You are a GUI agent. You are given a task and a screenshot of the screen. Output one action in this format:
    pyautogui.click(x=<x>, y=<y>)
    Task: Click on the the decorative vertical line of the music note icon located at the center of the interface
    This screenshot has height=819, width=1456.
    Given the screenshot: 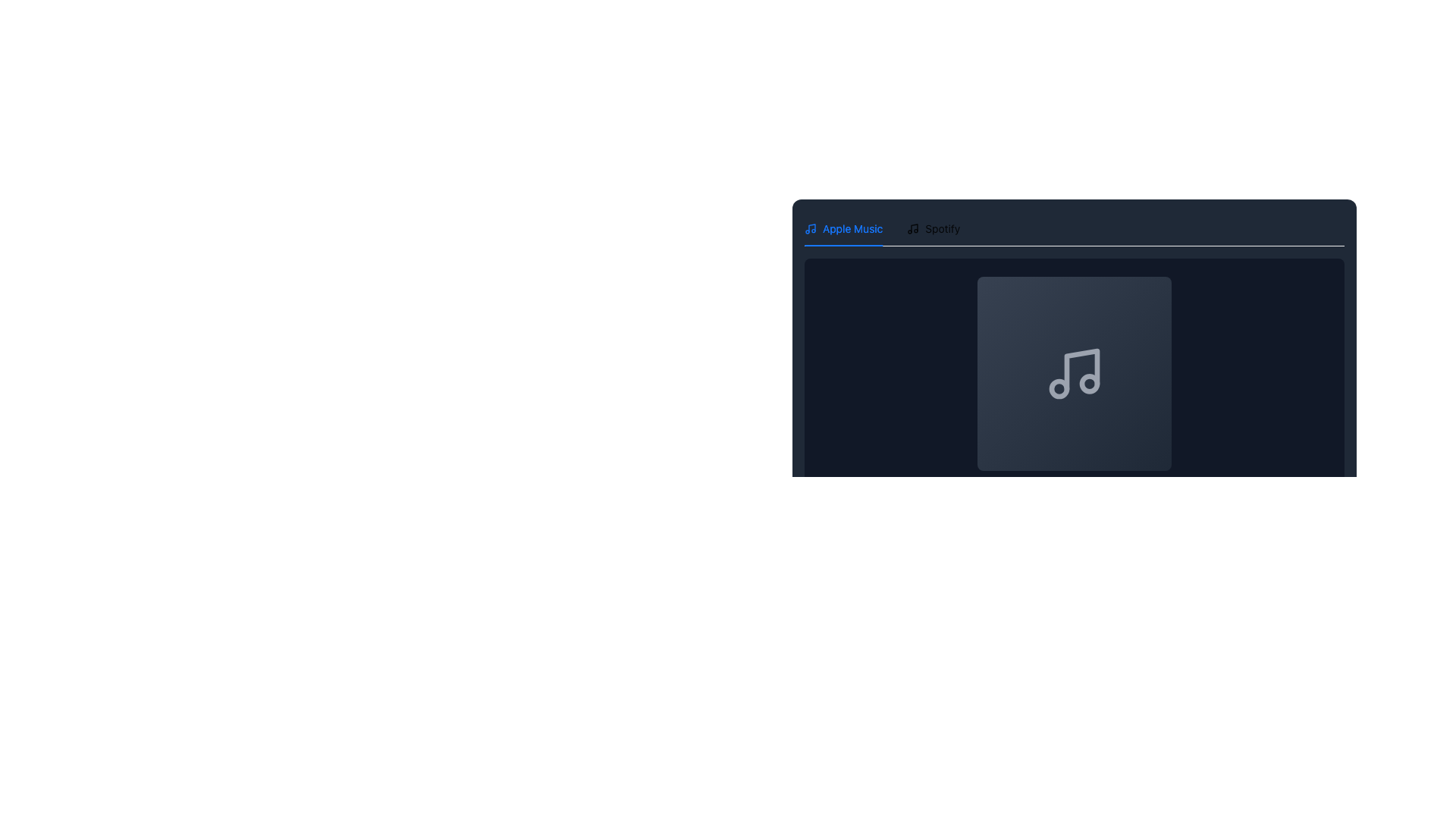 What is the action you would take?
    pyautogui.click(x=1081, y=370)
    